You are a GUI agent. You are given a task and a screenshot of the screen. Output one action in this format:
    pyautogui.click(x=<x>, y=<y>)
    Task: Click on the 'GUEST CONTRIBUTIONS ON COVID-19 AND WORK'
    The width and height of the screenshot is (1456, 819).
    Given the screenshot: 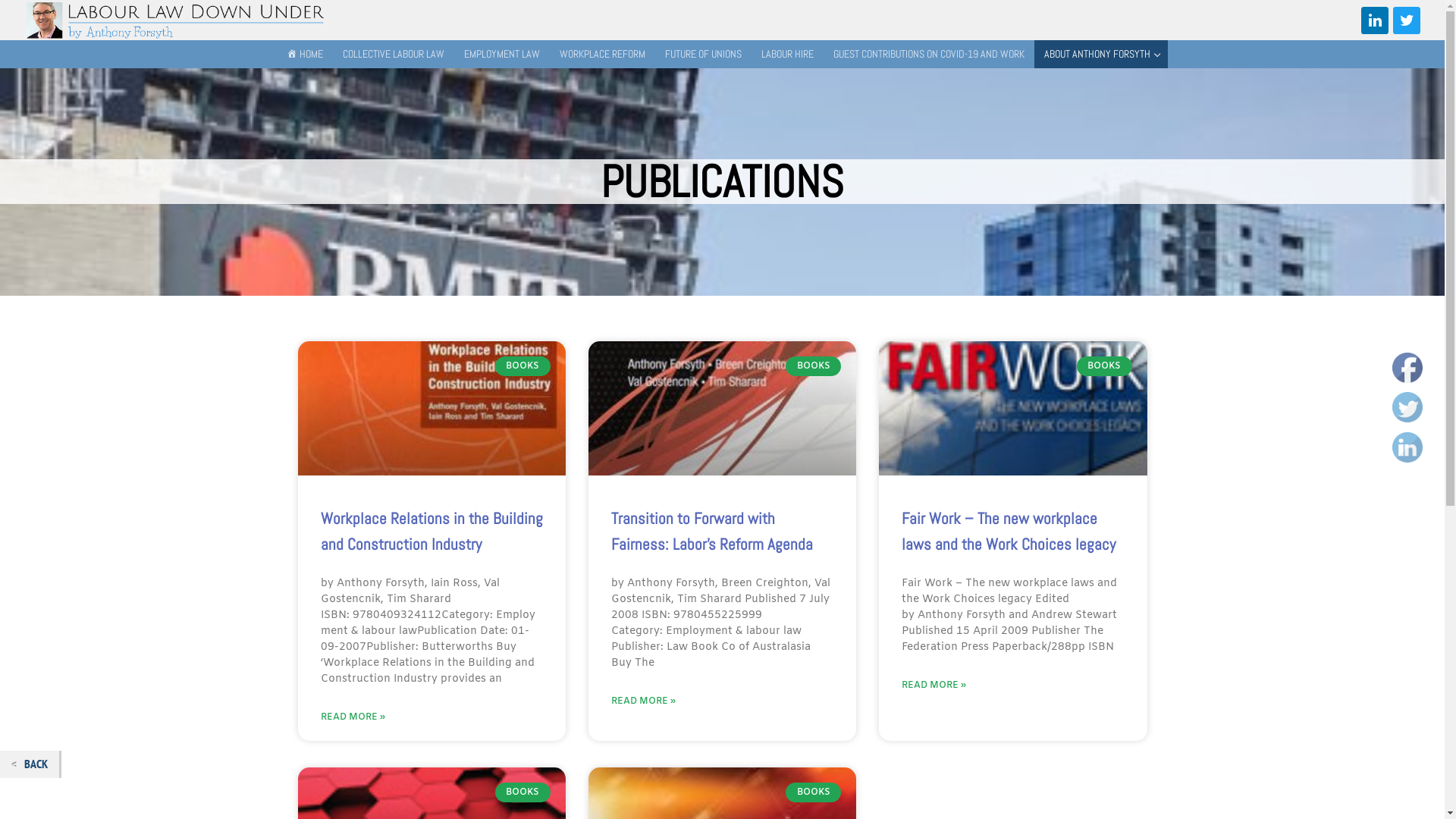 What is the action you would take?
    pyautogui.click(x=927, y=54)
    